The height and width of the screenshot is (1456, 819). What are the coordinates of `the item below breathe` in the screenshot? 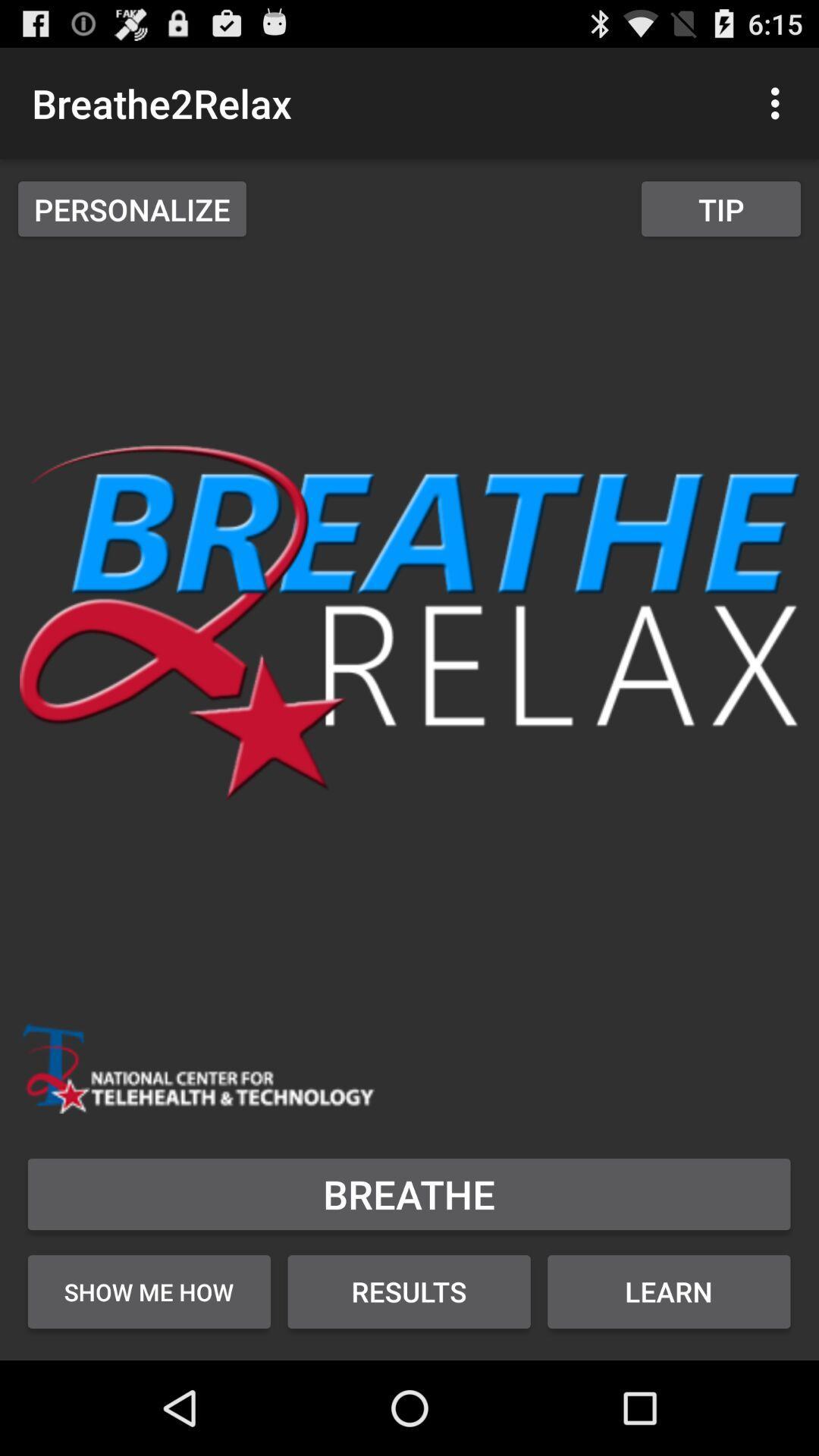 It's located at (149, 1291).